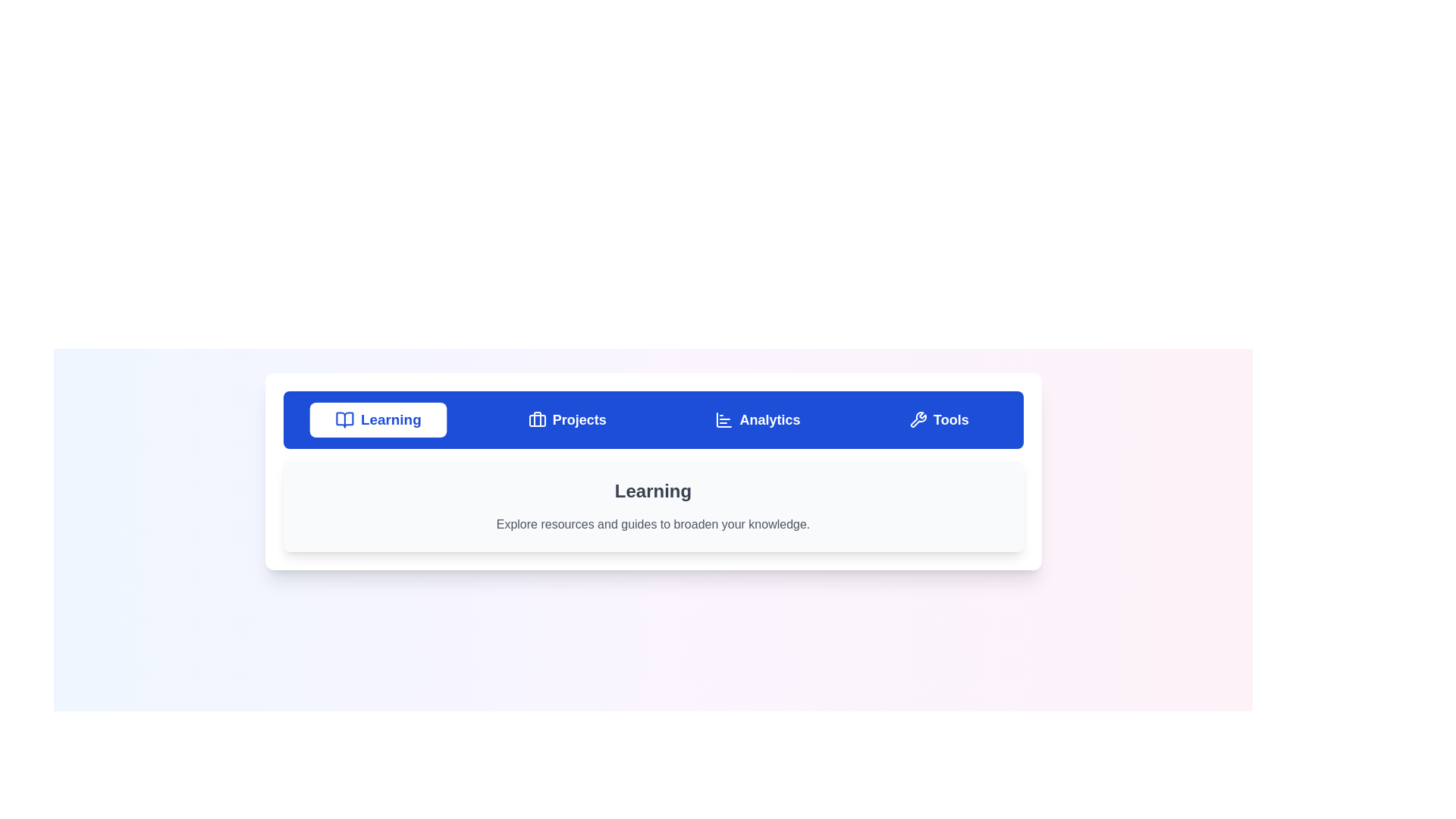 The width and height of the screenshot is (1456, 819). Describe the element at coordinates (917, 420) in the screenshot. I see `the tools settings icon located within the 'Tools' button on the rightmost side of the navigation bar, positioned directly to the left of the 'Tools' text` at that location.